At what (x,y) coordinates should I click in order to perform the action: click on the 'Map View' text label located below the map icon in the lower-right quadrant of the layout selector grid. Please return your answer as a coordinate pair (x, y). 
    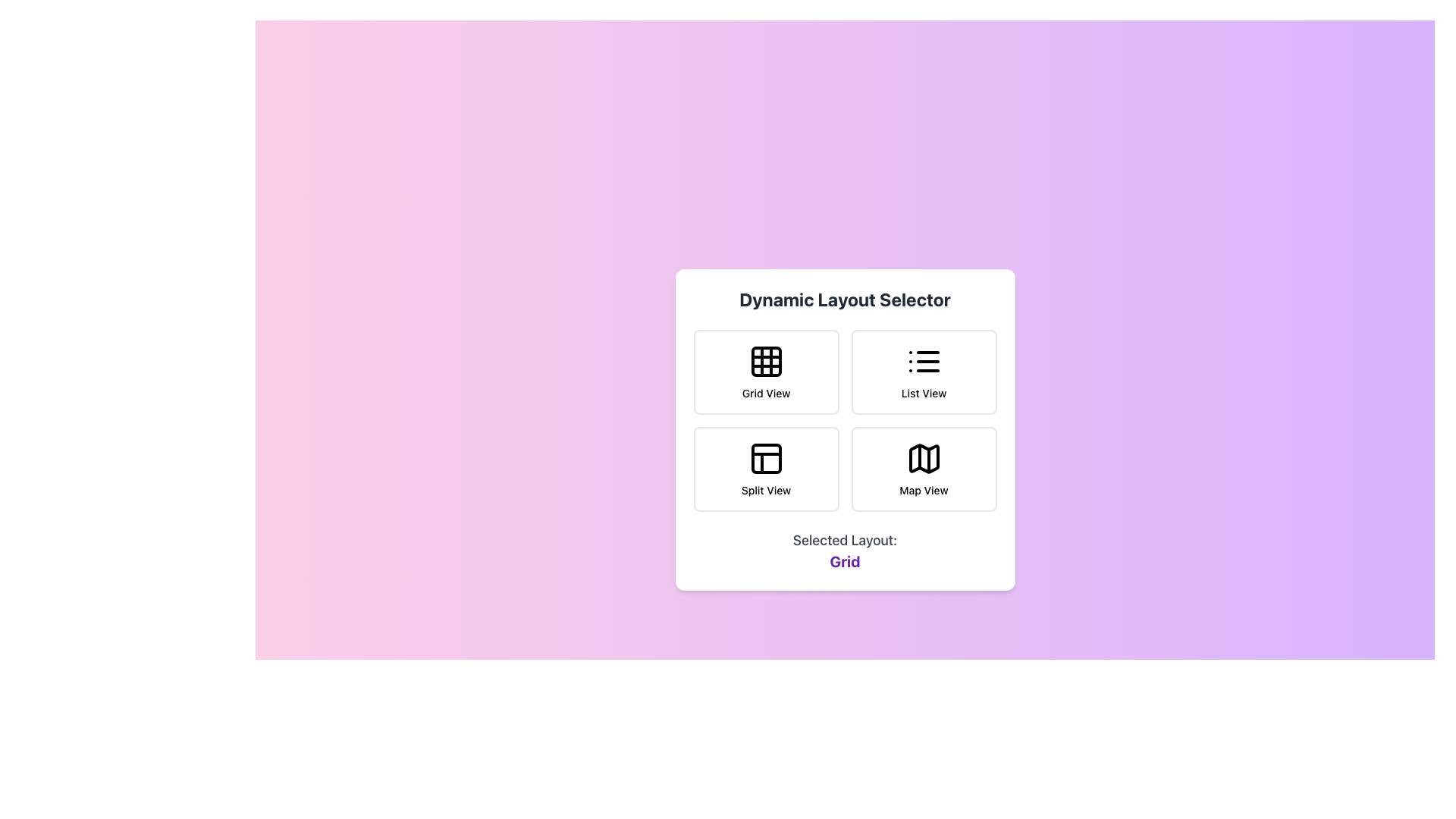
    Looking at the image, I should click on (923, 491).